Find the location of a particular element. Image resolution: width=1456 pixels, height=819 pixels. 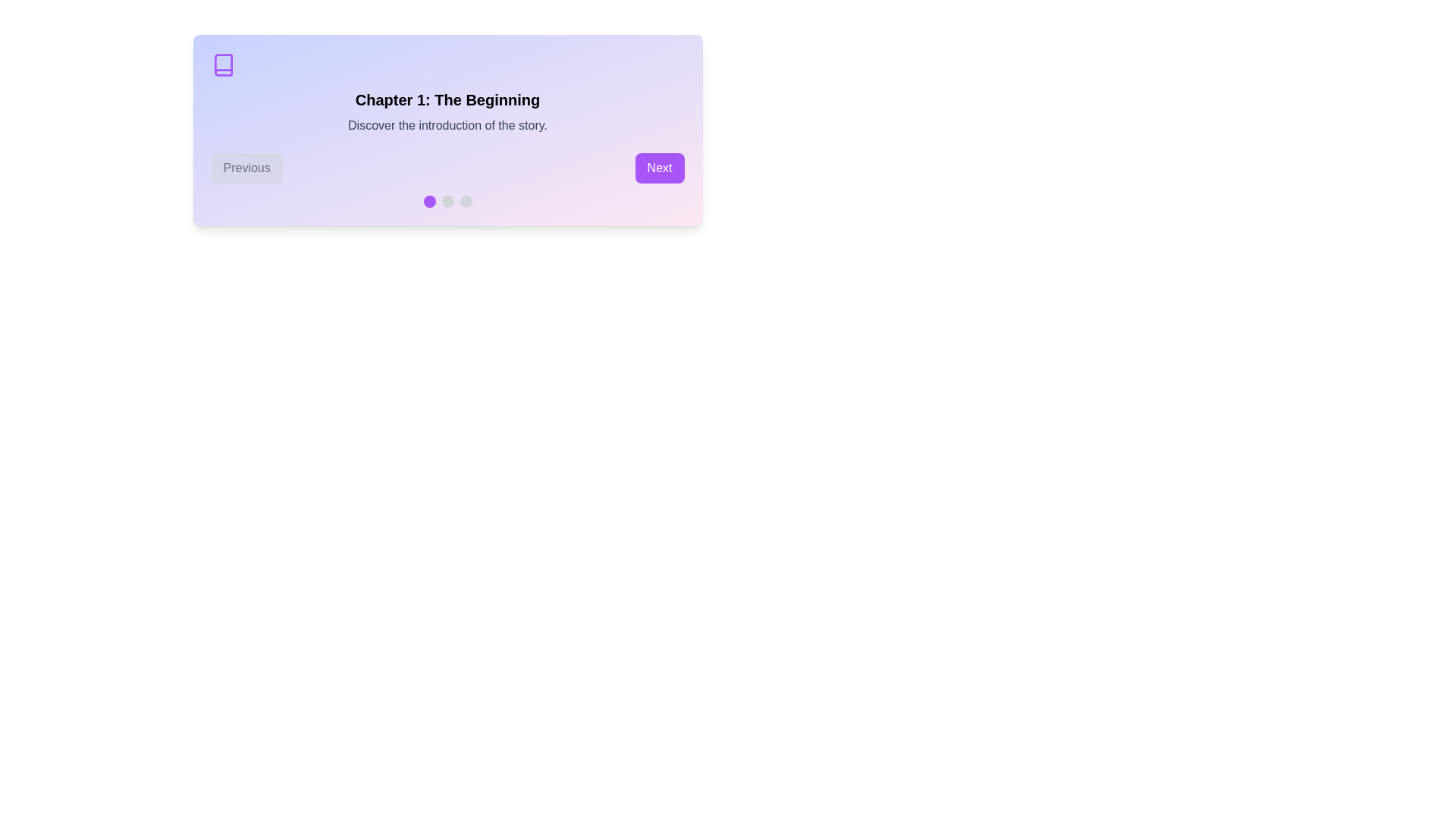

the chapter indicator dot corresponding to 2 is located at coordinates (447, 201).